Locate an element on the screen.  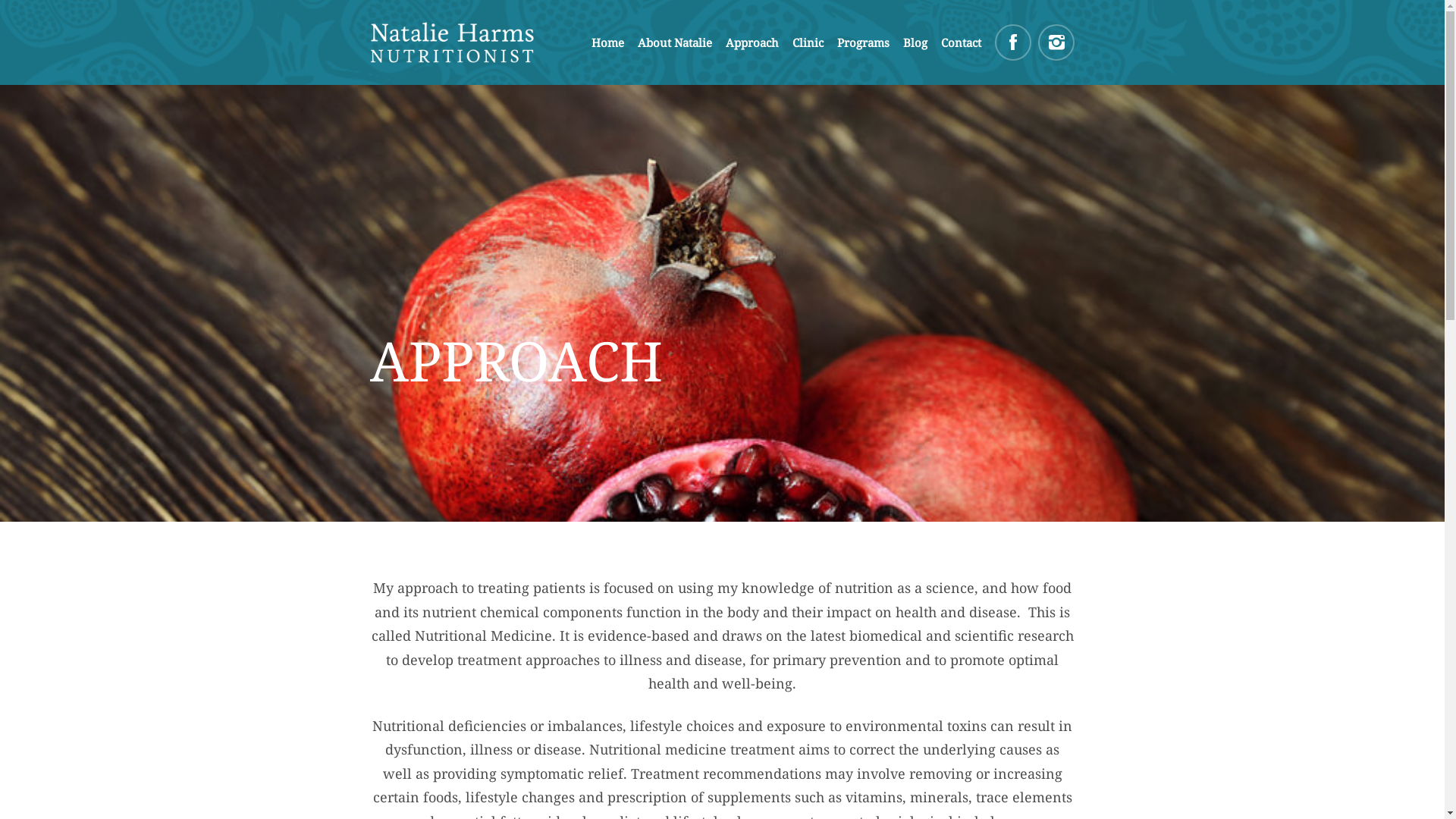
'Home' is located at coordinates (590, 42).